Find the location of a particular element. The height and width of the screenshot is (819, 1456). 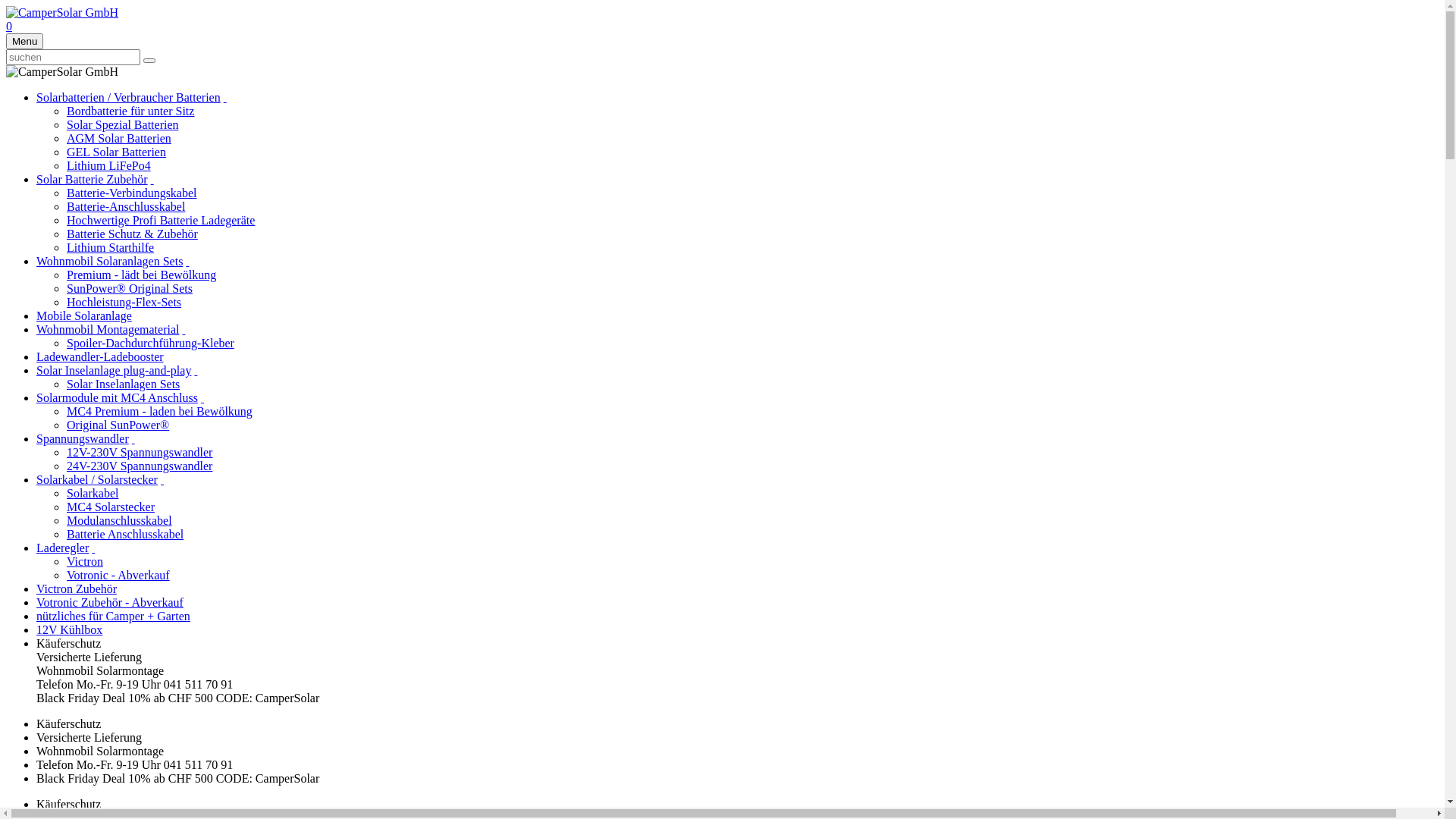

'MC4 Solarstecker' is located at coordinates (109, 507).